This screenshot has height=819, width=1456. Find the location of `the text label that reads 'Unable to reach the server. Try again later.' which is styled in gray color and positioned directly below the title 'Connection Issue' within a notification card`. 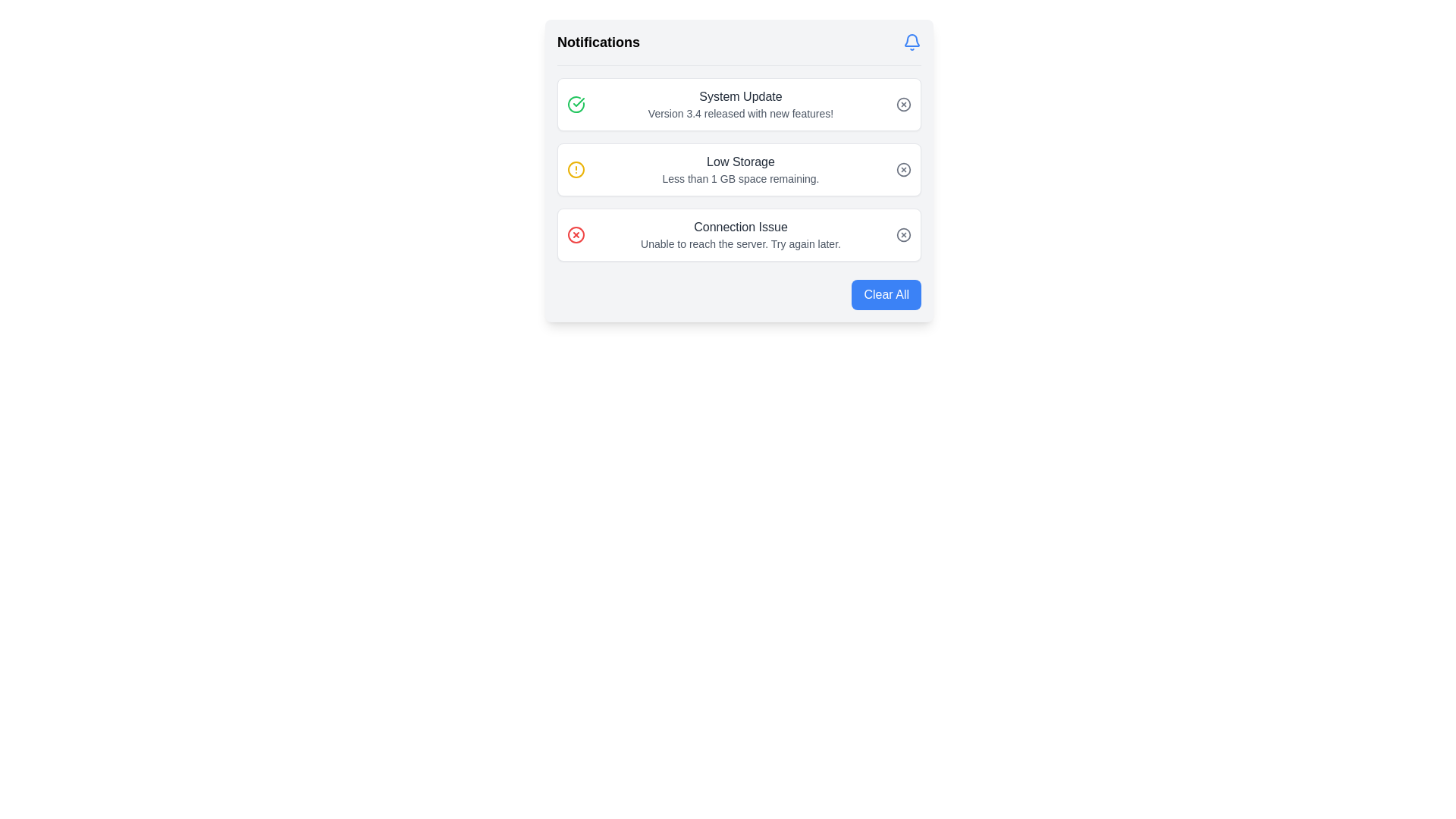

the text label that reads 'Unable to reach the server. Try again later.' which is styled in gray color and positioned directly below the title 'Connection Issue' within a notification card is located at coordinates (741, 243).